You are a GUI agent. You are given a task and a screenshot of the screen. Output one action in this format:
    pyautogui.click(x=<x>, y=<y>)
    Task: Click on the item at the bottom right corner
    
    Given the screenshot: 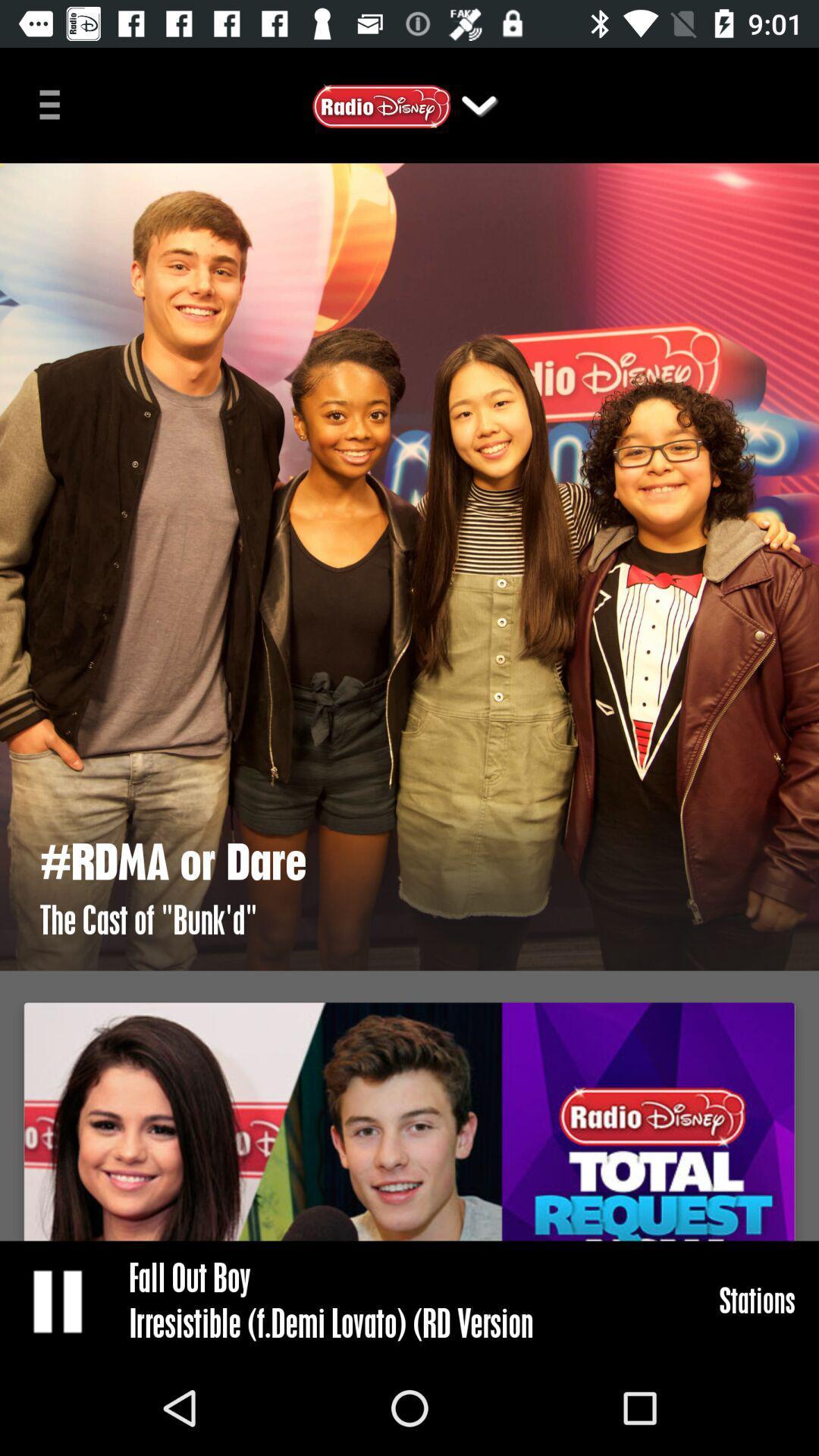 What is the action you would take?
    pyautogui.click(x=757, y=1299)
    